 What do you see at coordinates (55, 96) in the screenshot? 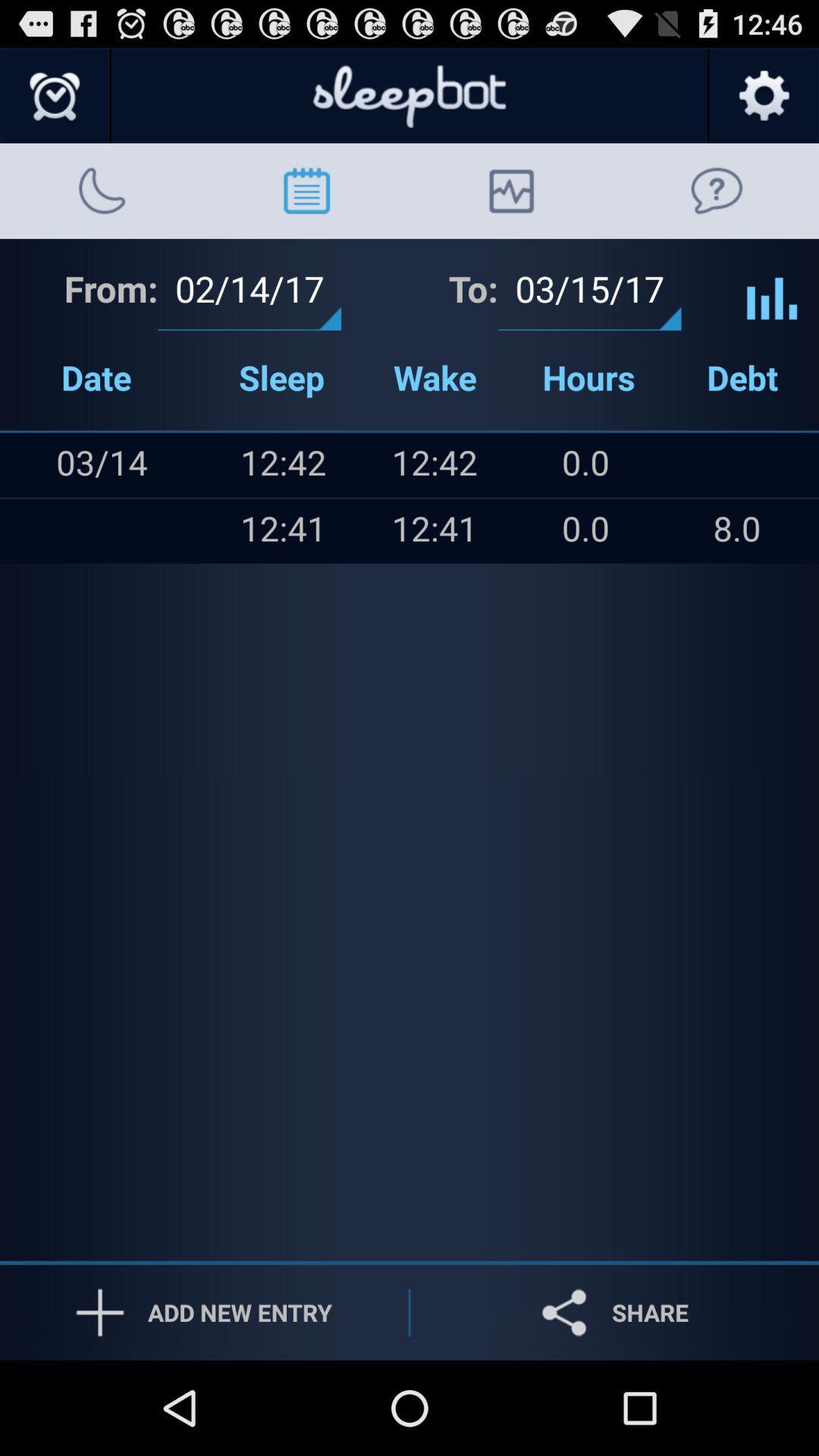
I see `alarm` at bounding box center [55, 96].